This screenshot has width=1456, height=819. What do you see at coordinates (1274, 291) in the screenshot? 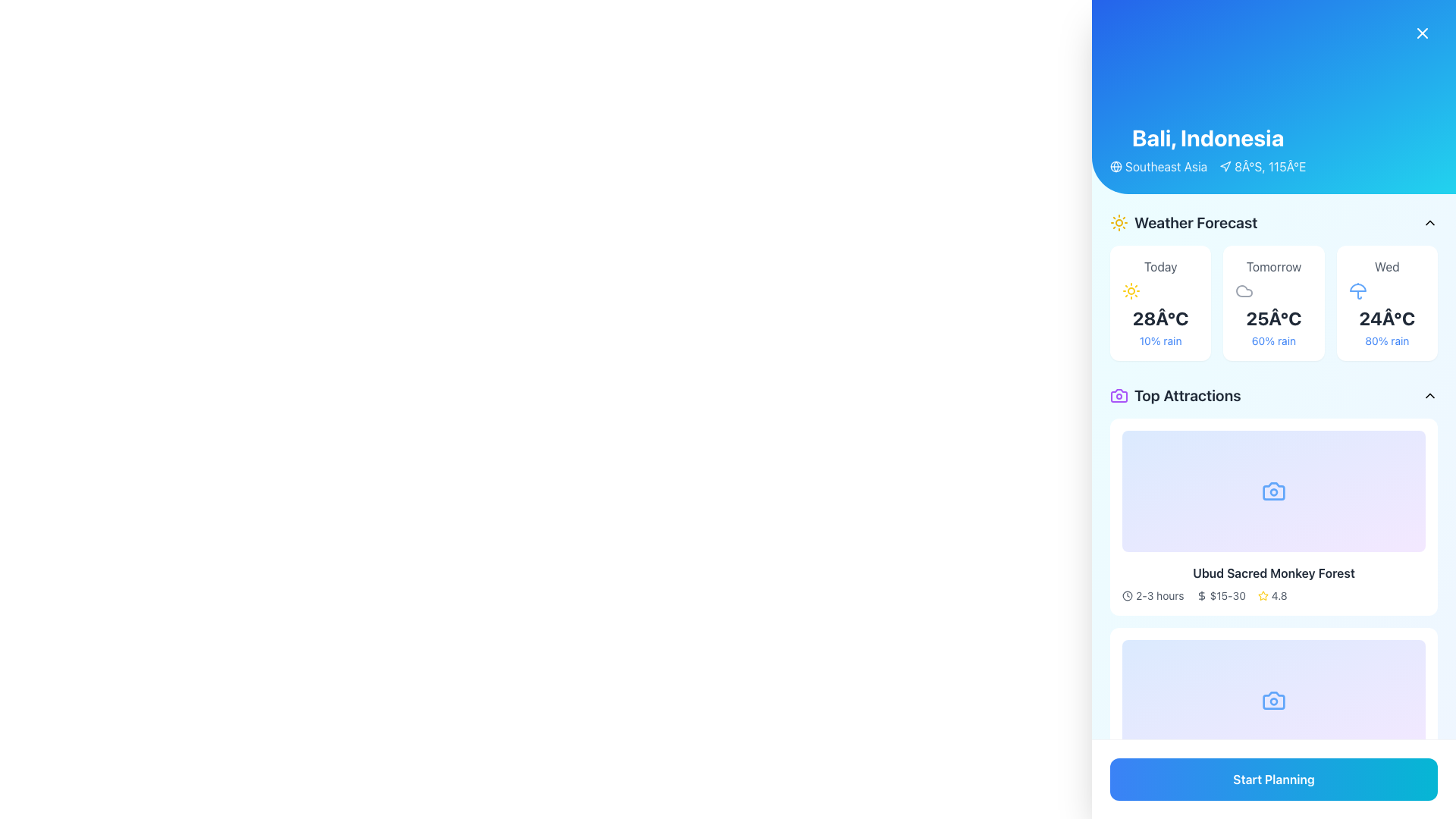
I see `weather icon representing the 'Tomorrow' forecast located in the right panel of the weather forecast section, positioned above the temperature and rain percentage information` at bounding box center [1274, 291].